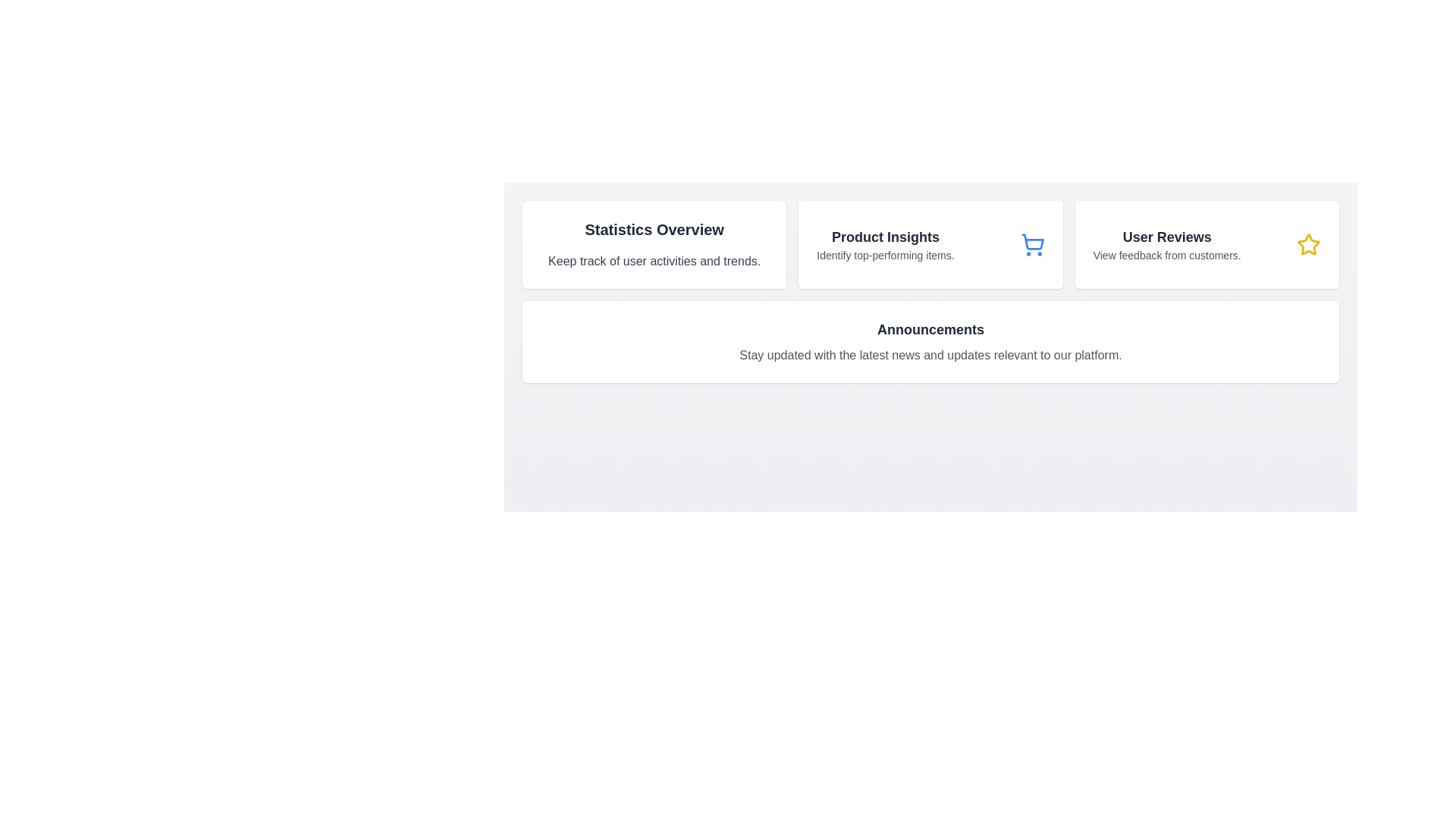 Image resolution: width=1456 pixels, height=819 pixels. What do you see at coordinates (654, 244) in the screenshot?
I see `the content of the Informational card titled 'Statistics Overview', which is the first card in the grid layout, featuring a bold title and descriptive text` at bounding box center [654, 244].